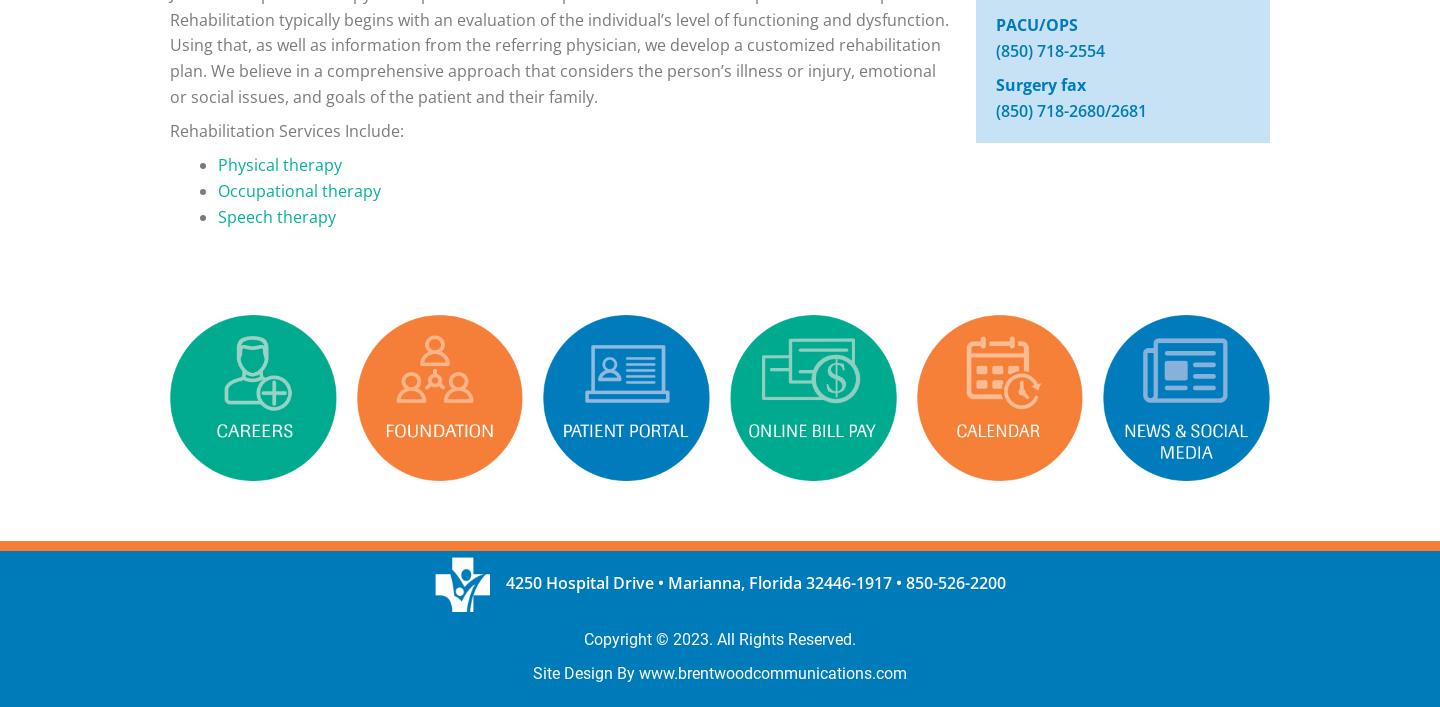 The height and width of the screenshot is (707, 1440). What do you see at coordinates (994, 24) in the screenshot?
I see `'PACU/OPS'` at bounding box center [994, 24].